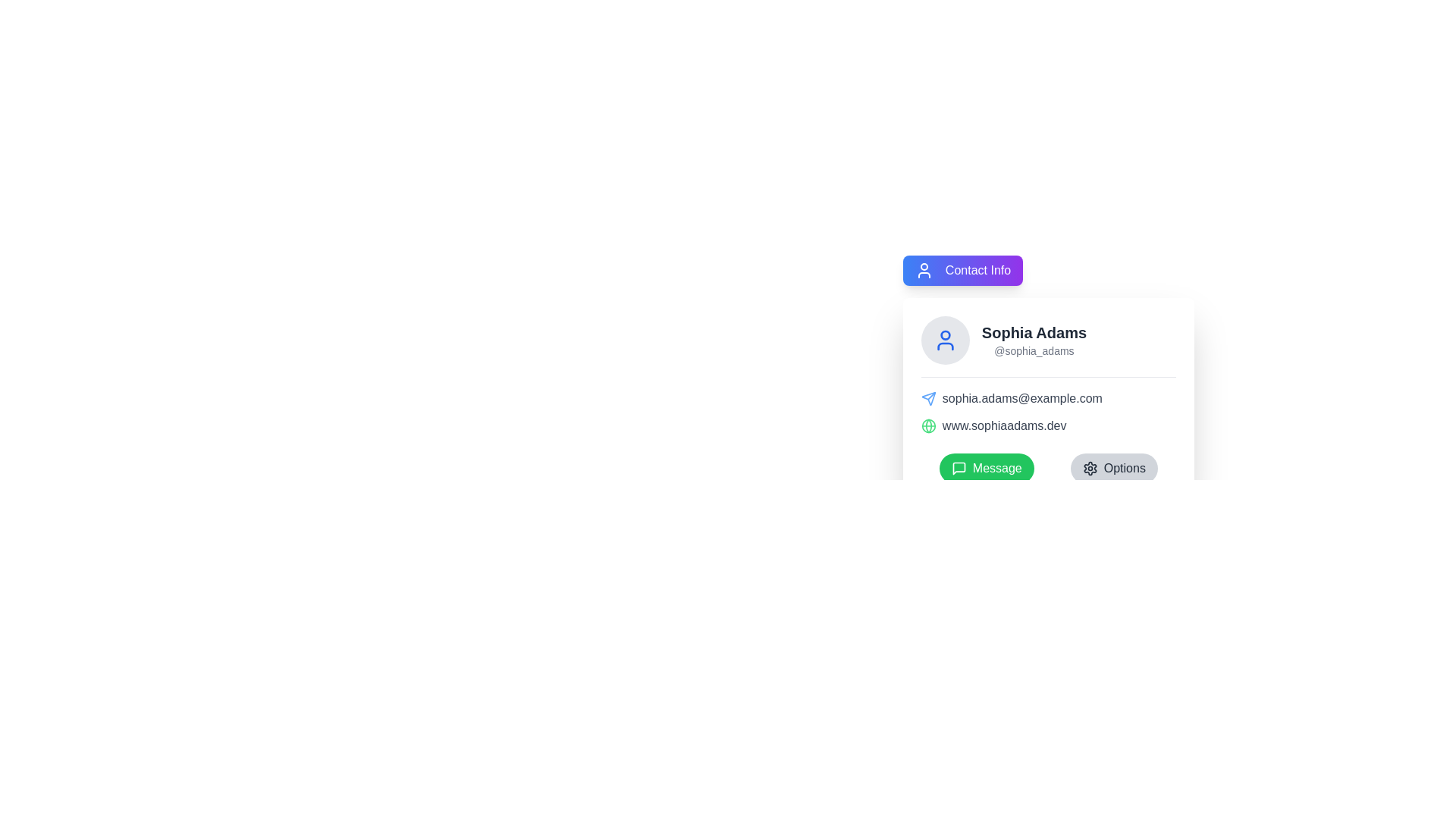 This screenshot has width=1456, height=819. What do you see at coordinates (958, 467) in the screenshot?
I see `the message icon located inside the green 'Message' button at the bottom-left of the user profile section` at bounding box center [958, 467].